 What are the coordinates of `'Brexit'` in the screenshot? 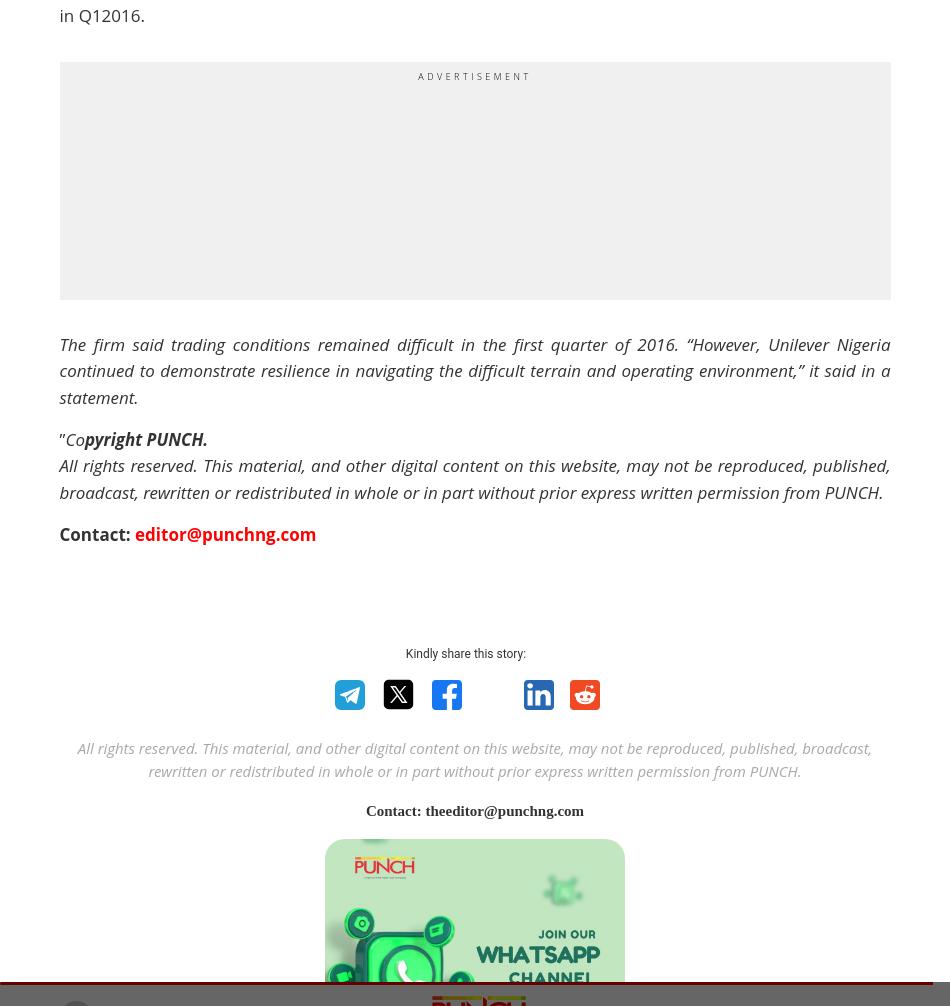 It's located at (372, 479).